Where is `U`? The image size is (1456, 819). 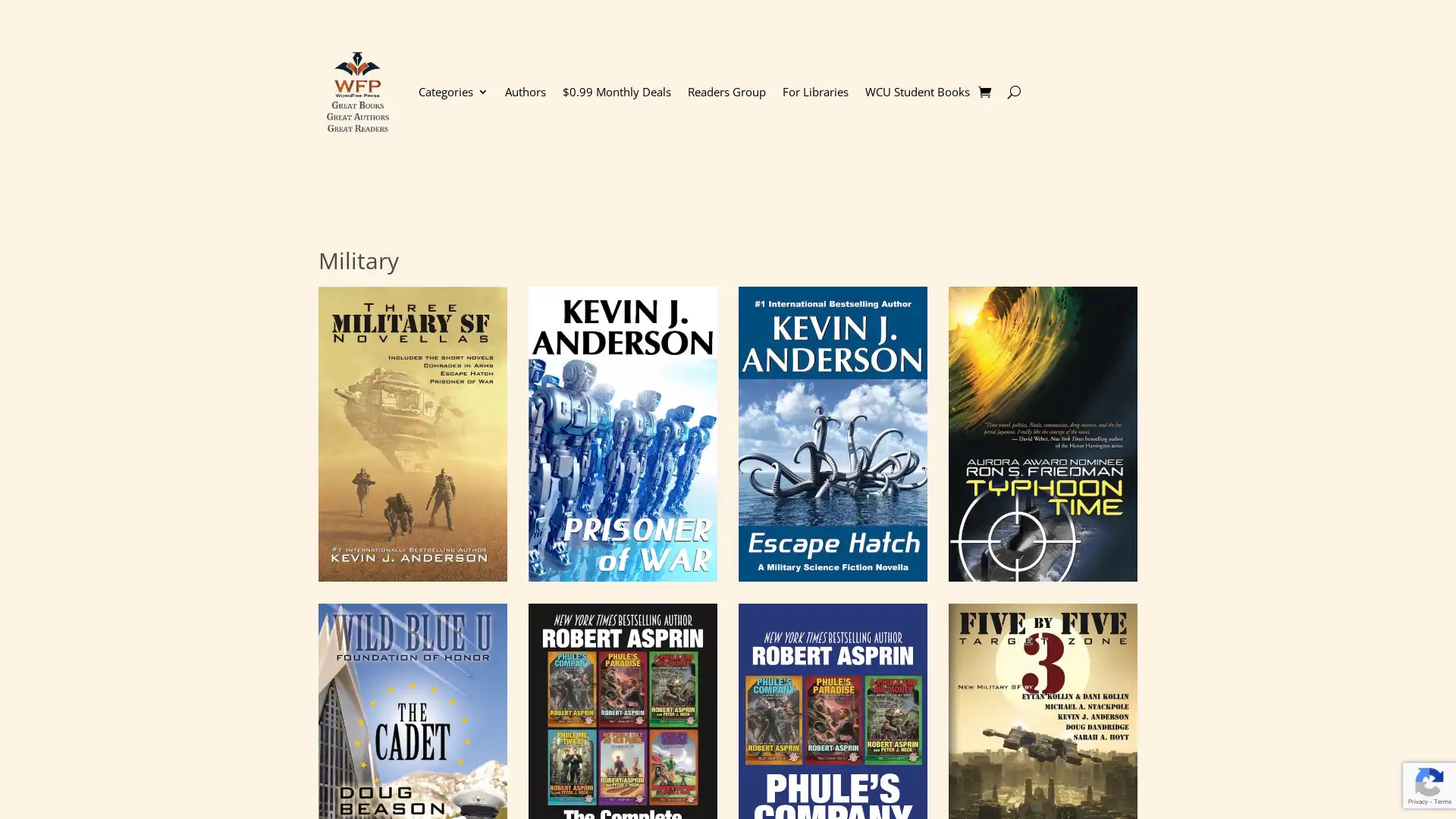 U is located at coordinates (1013, 91).